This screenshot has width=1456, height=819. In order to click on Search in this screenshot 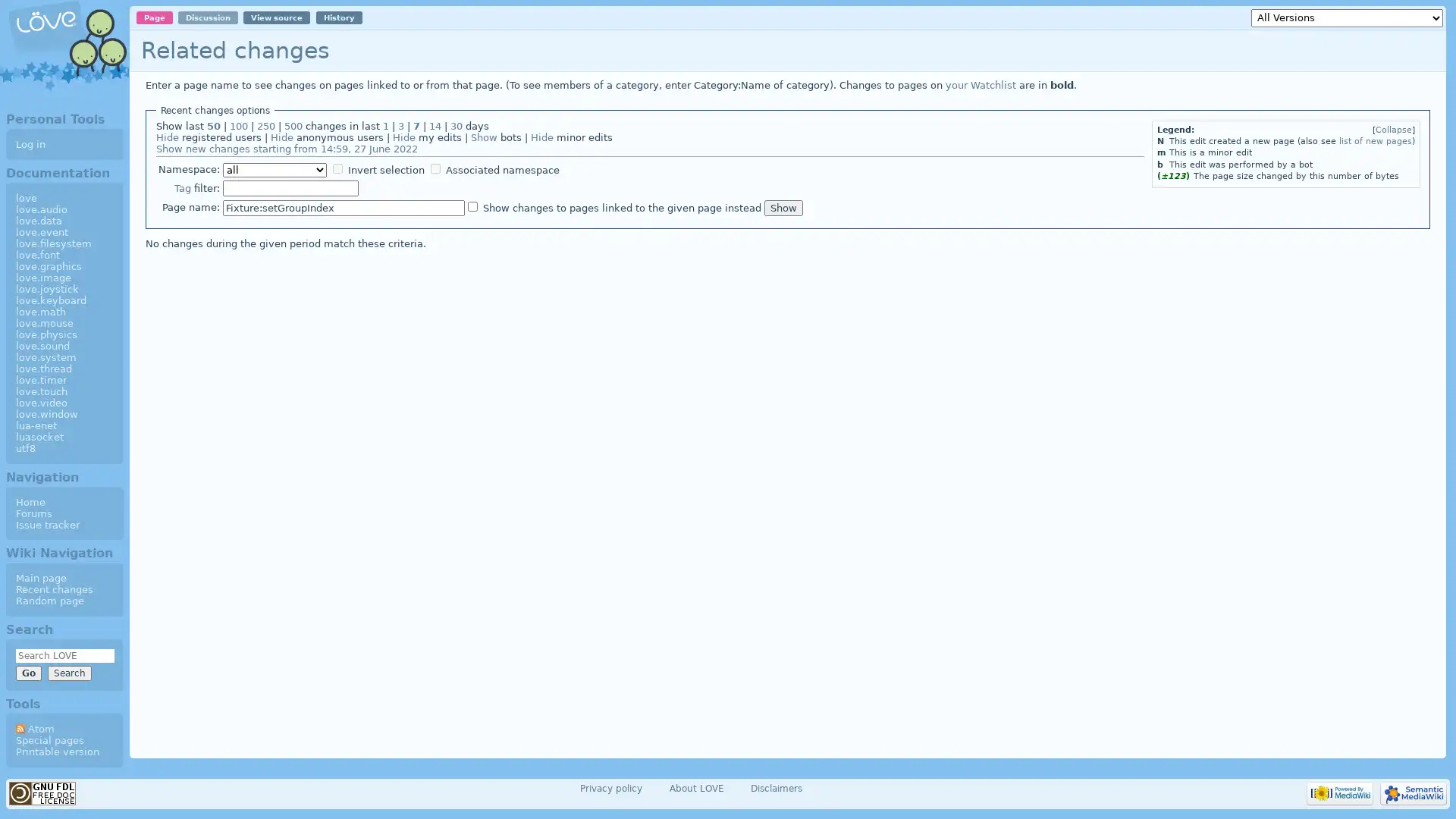, I will do `click(68, 672)`.